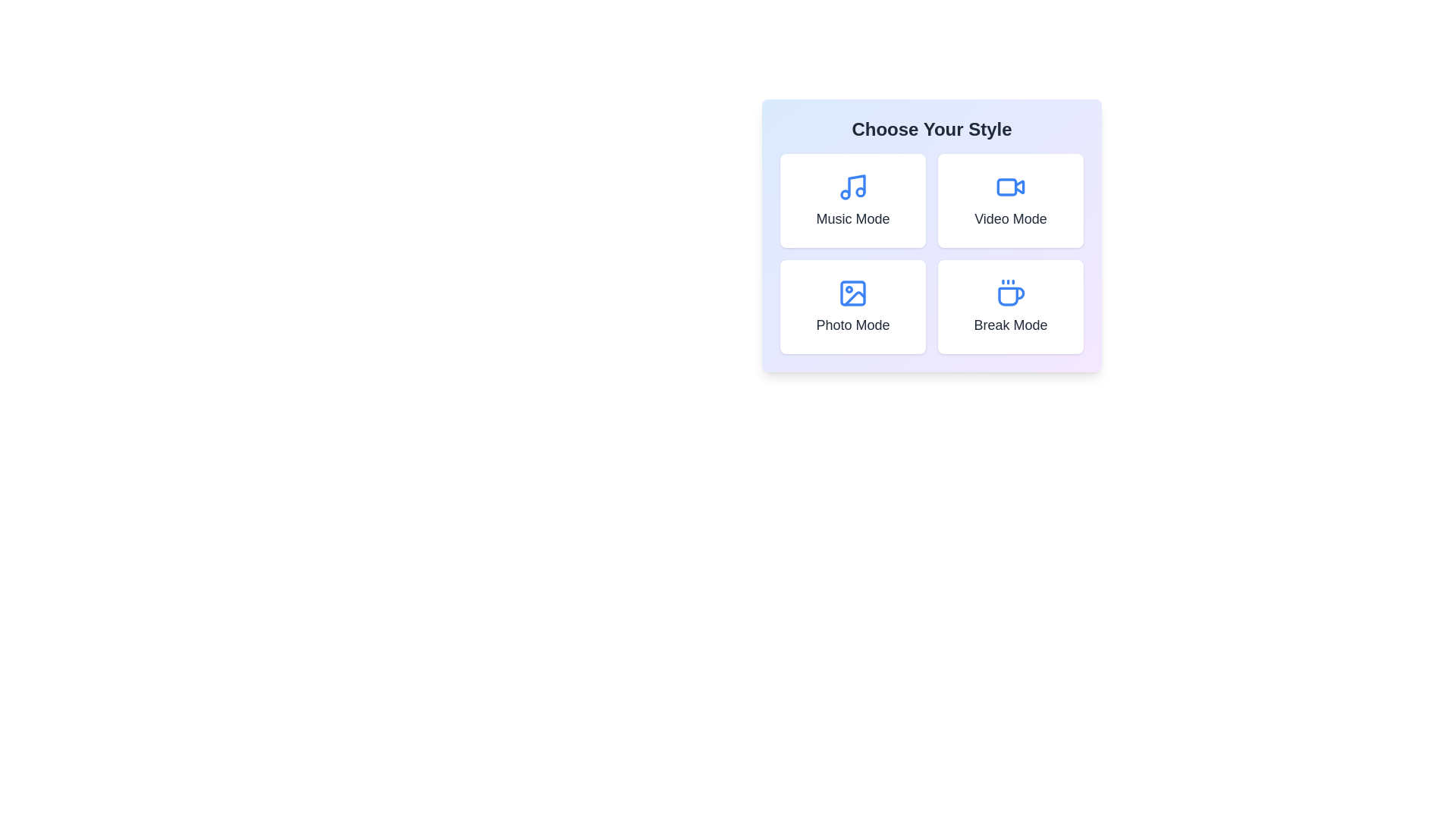 The image size is (1456, 819). What do you see at coordinates (852, 307) in the screenshot?
I see `the button labeled Photo Mode to trigger additional actions` at bounding box center [852, 307].